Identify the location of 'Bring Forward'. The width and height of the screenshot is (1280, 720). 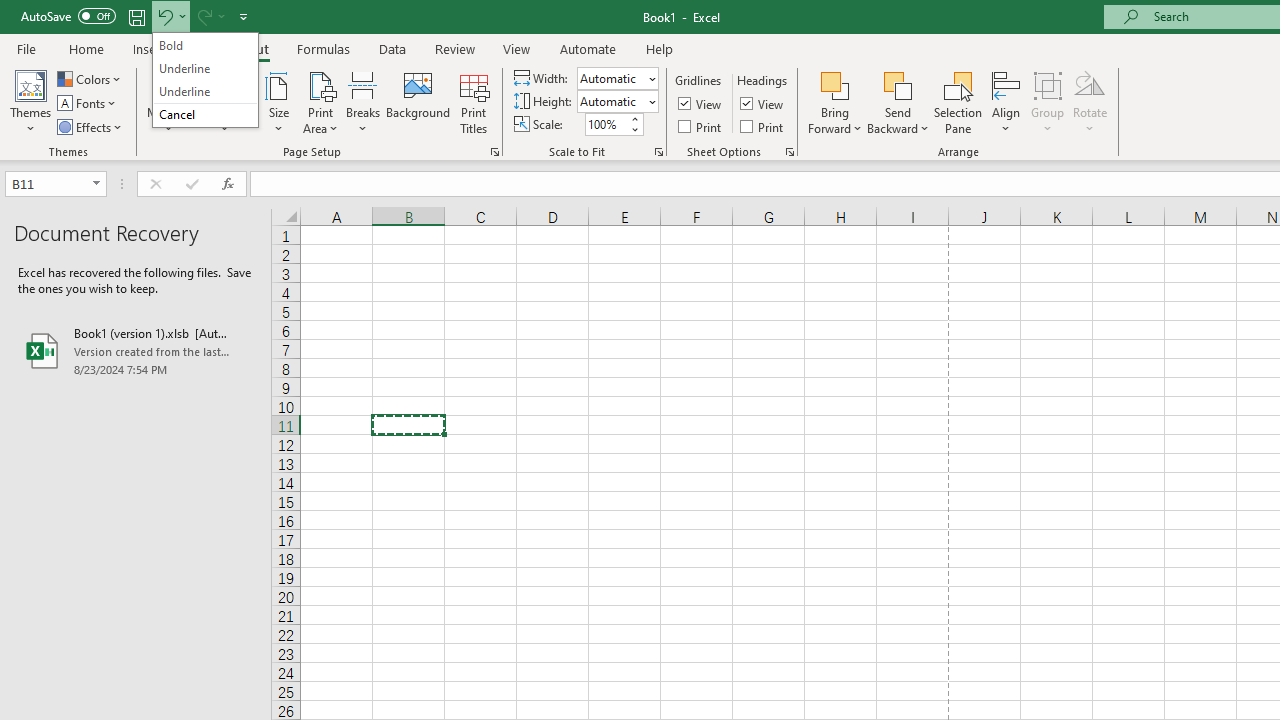
(835, 84).